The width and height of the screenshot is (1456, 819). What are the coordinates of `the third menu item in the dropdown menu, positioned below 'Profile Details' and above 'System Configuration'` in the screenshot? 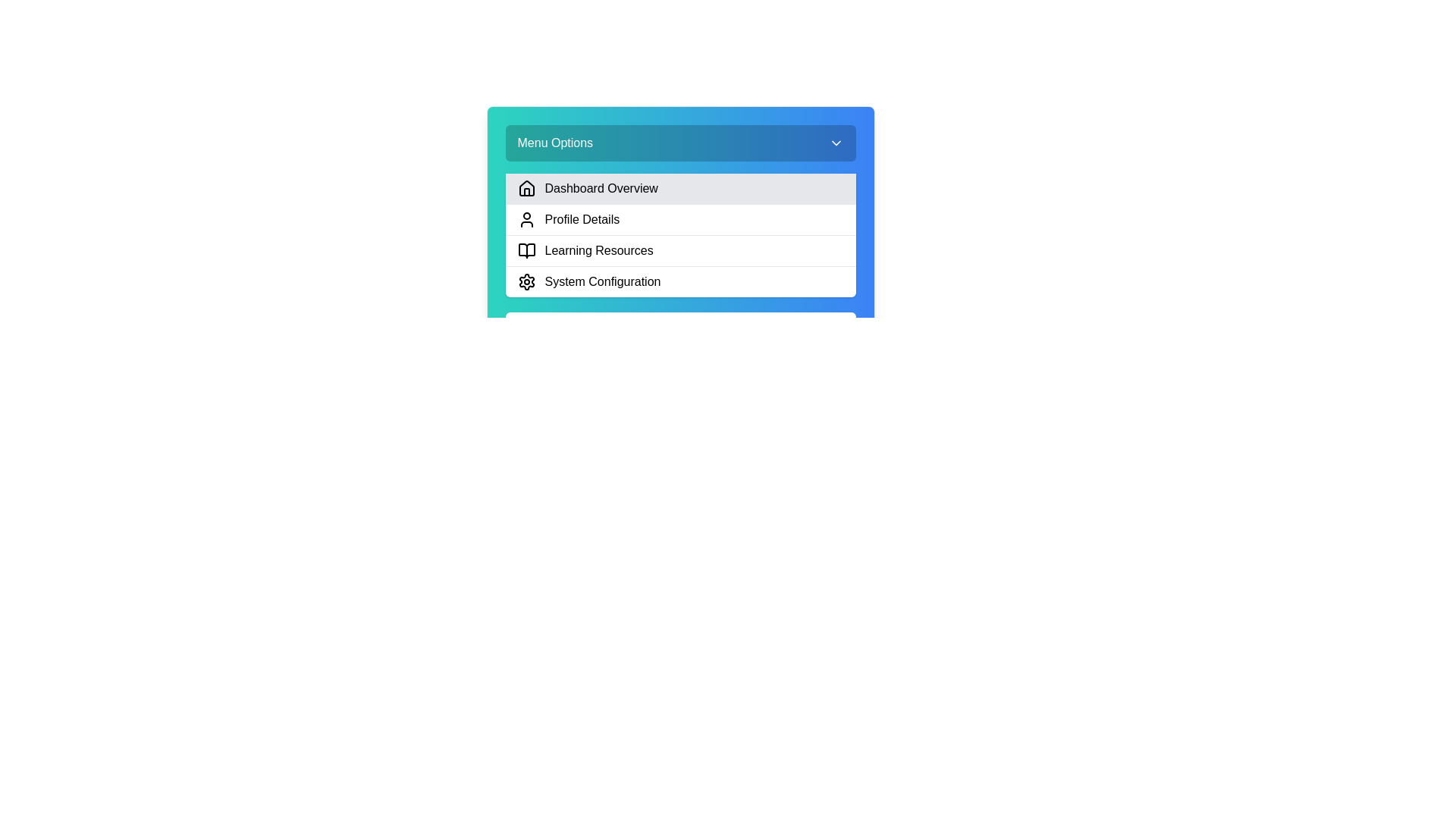 It's located at (679, 249).